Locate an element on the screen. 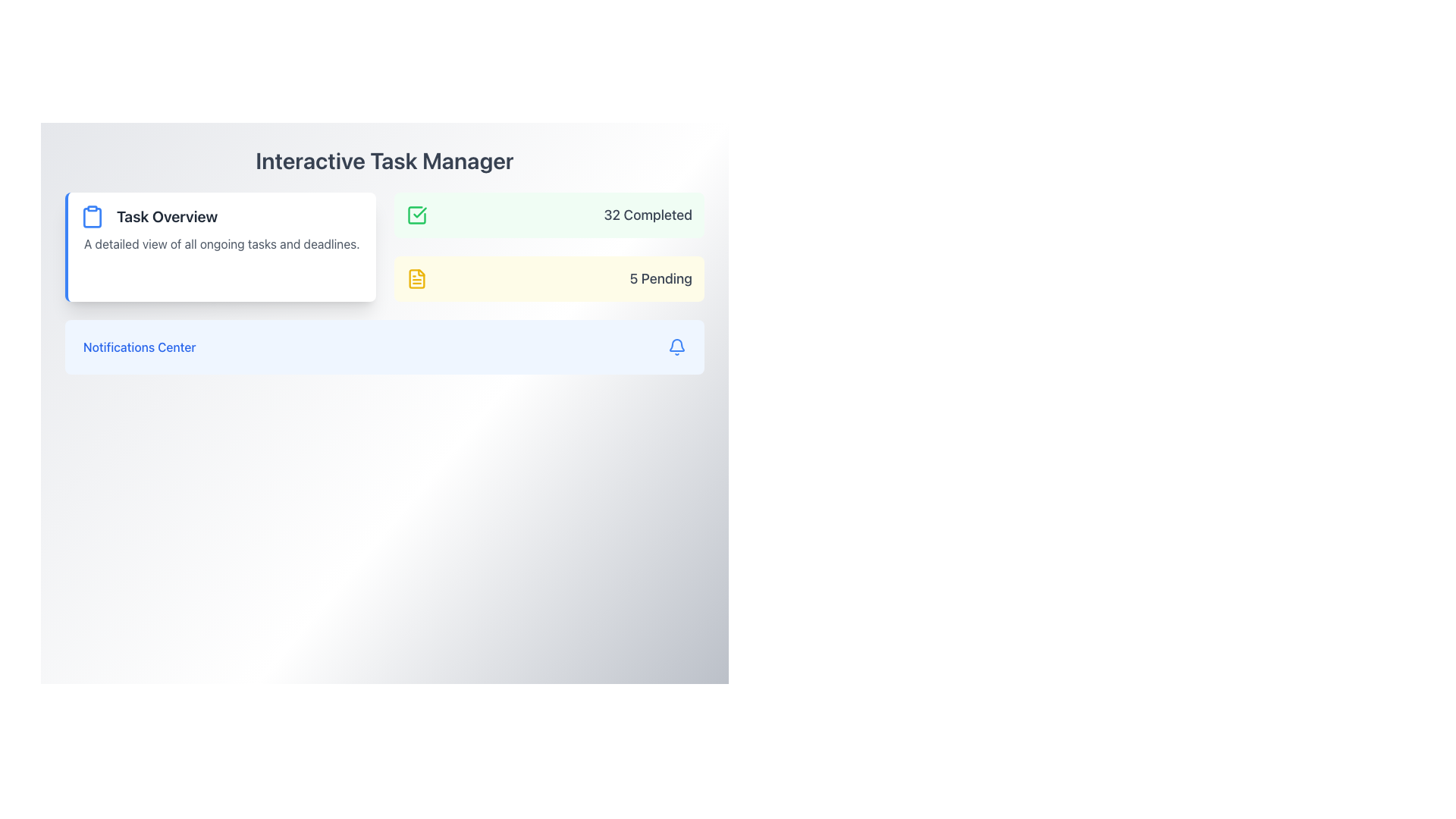 This screenshot has height=819, width=1456. the text box displaying 'A detailed view of all ongoing tasks and deadlines.' located in the second row of the 'Task Overview' component is located at coordinates (221, 243).